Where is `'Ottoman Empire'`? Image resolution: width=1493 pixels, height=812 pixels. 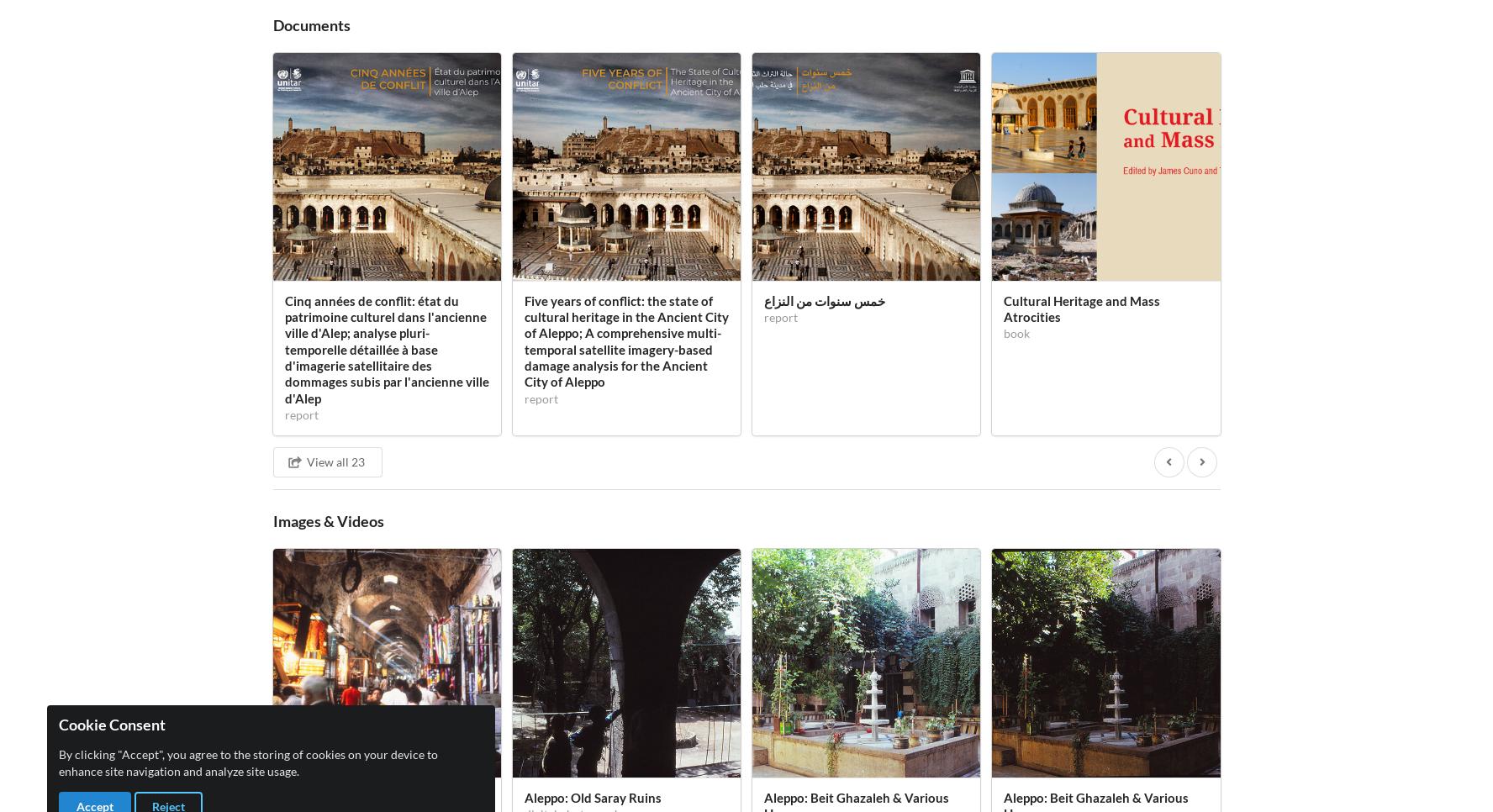 'Ottoman Empire' is located at coordinates (461, 179).